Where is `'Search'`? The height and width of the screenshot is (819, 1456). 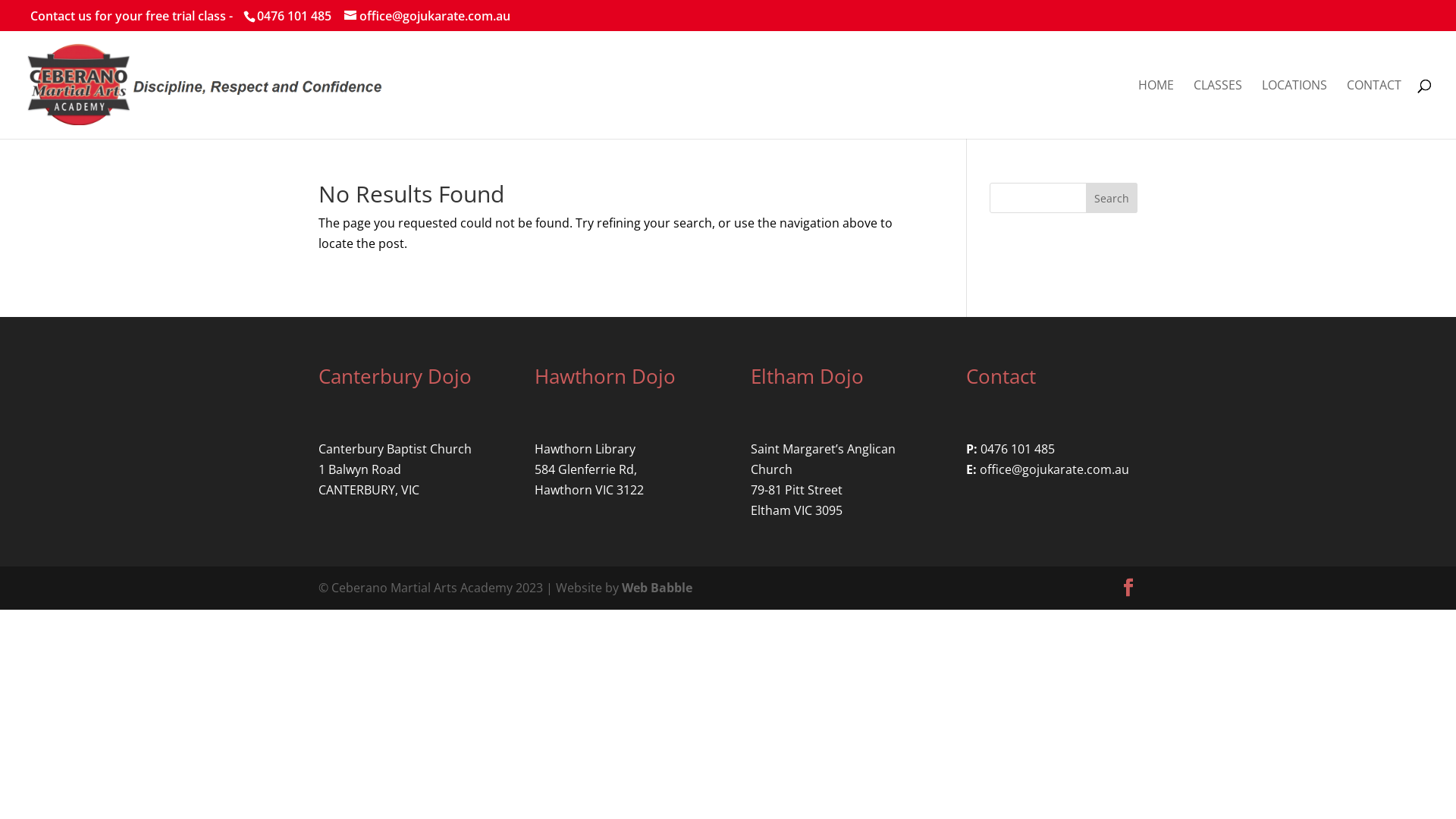 'Search' is located at coordinates (1111, 197).